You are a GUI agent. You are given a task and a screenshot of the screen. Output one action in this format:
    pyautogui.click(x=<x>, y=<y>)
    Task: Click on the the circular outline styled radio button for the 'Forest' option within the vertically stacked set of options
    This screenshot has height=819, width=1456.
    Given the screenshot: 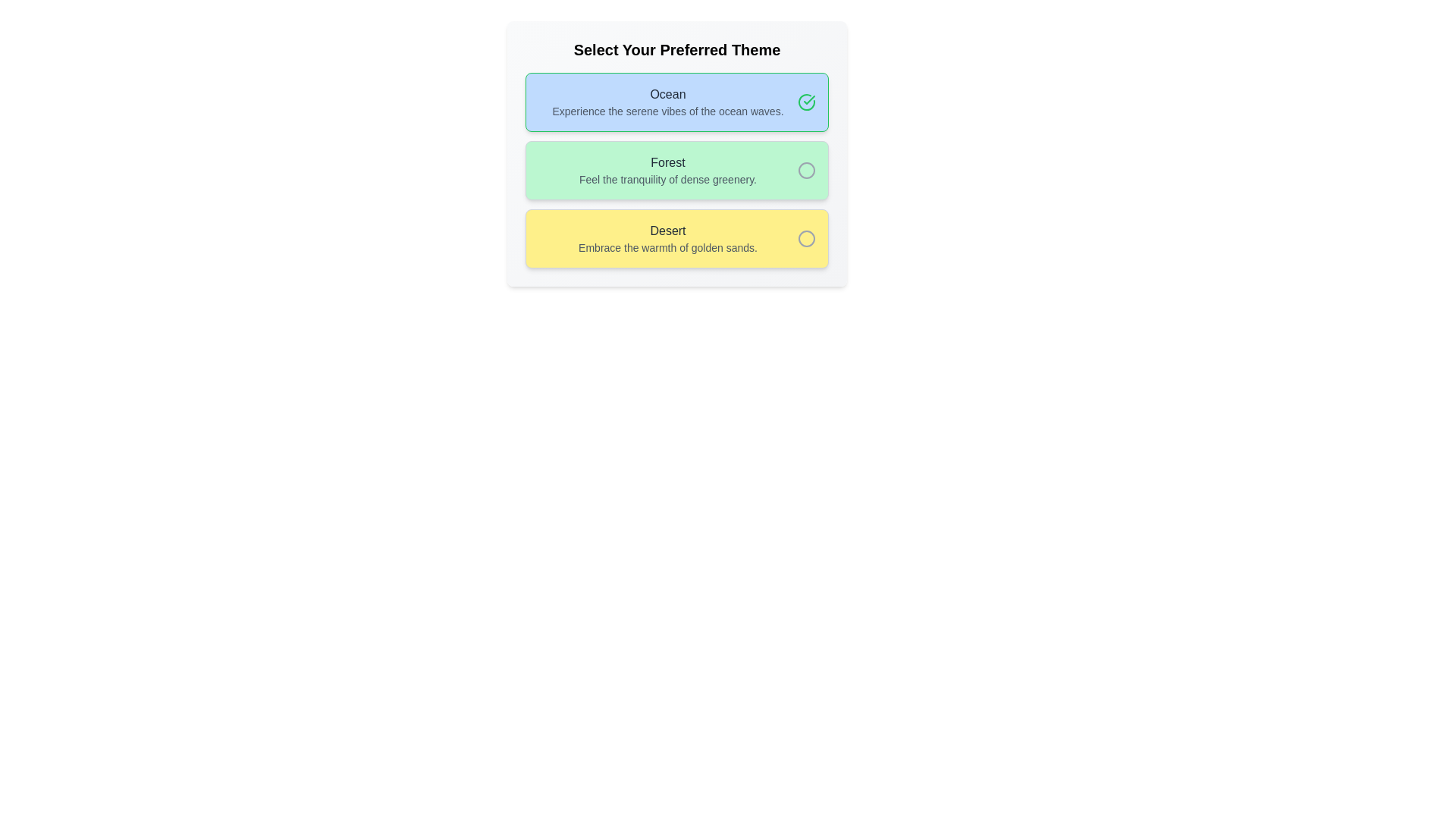 What is the action you would take?
    pyautogui.click(x=806, y=170)
    